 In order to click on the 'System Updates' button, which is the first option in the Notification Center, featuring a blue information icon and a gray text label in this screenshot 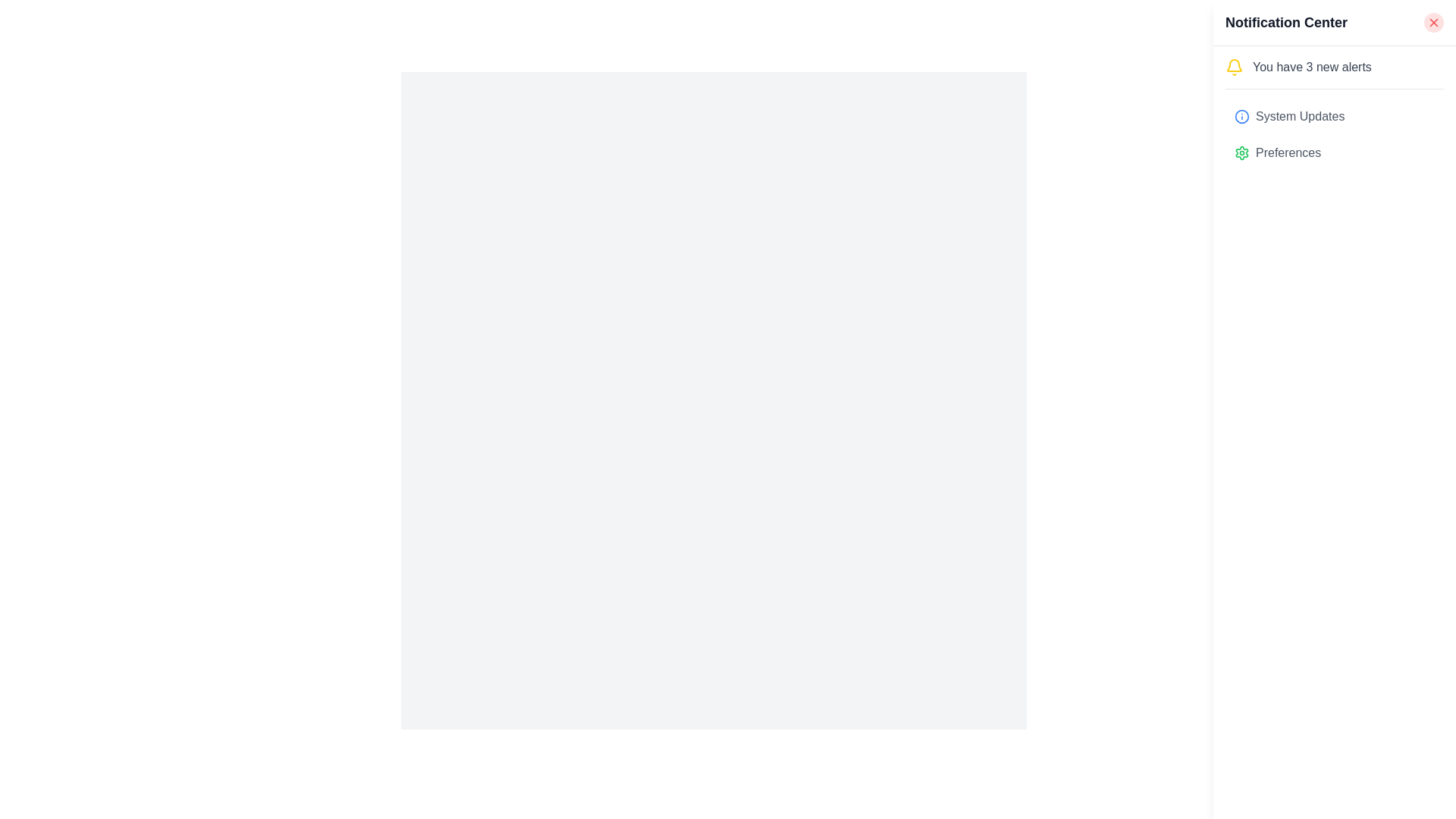, I will do `click(1335, 116)`.